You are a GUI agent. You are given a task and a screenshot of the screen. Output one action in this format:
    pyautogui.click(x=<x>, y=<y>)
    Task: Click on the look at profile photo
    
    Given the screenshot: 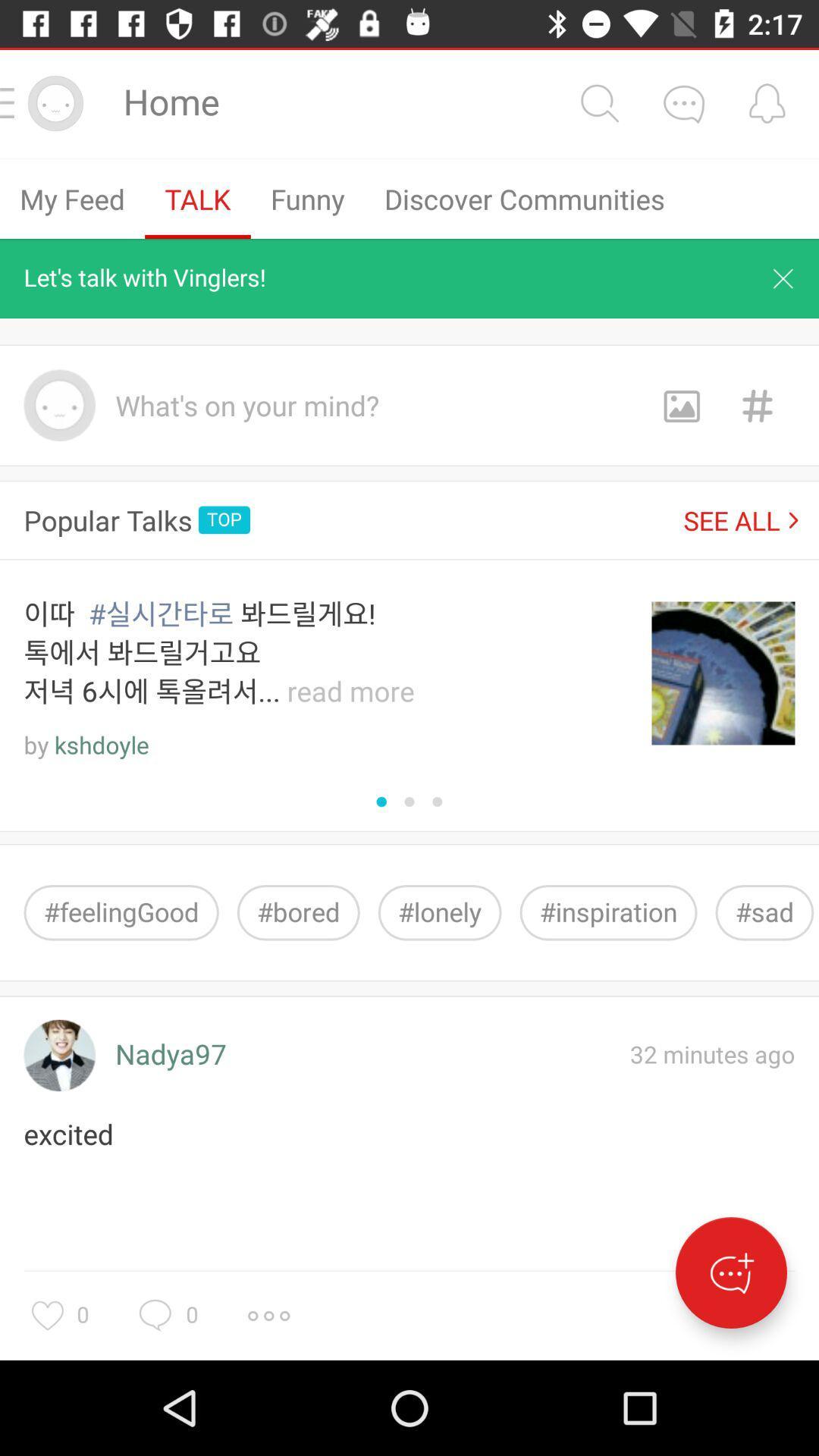 What is the action you would take?
    pyautogui.click(x=58, y=1055)
    